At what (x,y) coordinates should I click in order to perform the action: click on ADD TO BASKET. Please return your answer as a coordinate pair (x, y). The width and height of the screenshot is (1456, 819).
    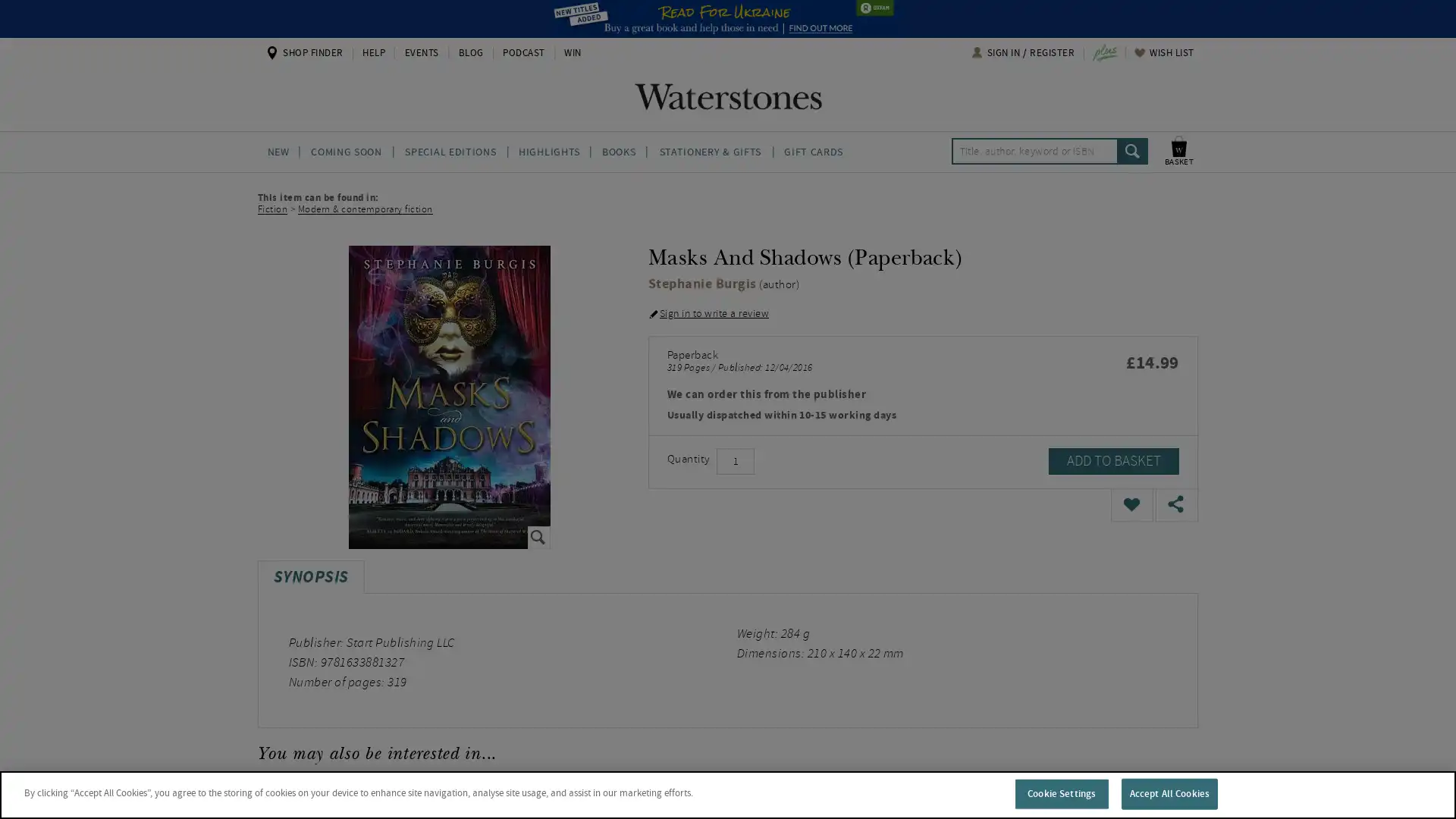
    Looking at the image, I should click on (1113, 460).